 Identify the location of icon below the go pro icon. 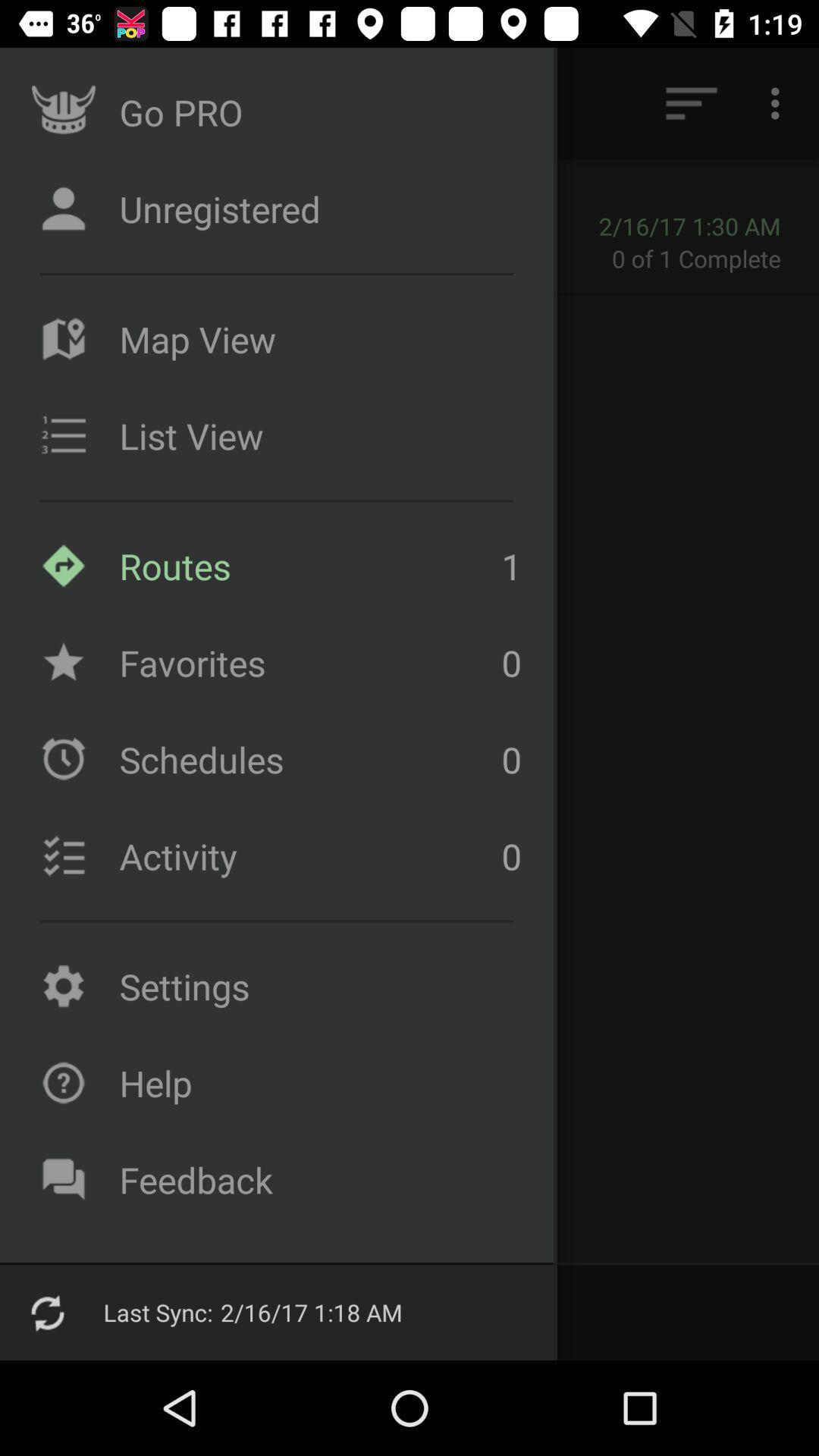
(130, 224).